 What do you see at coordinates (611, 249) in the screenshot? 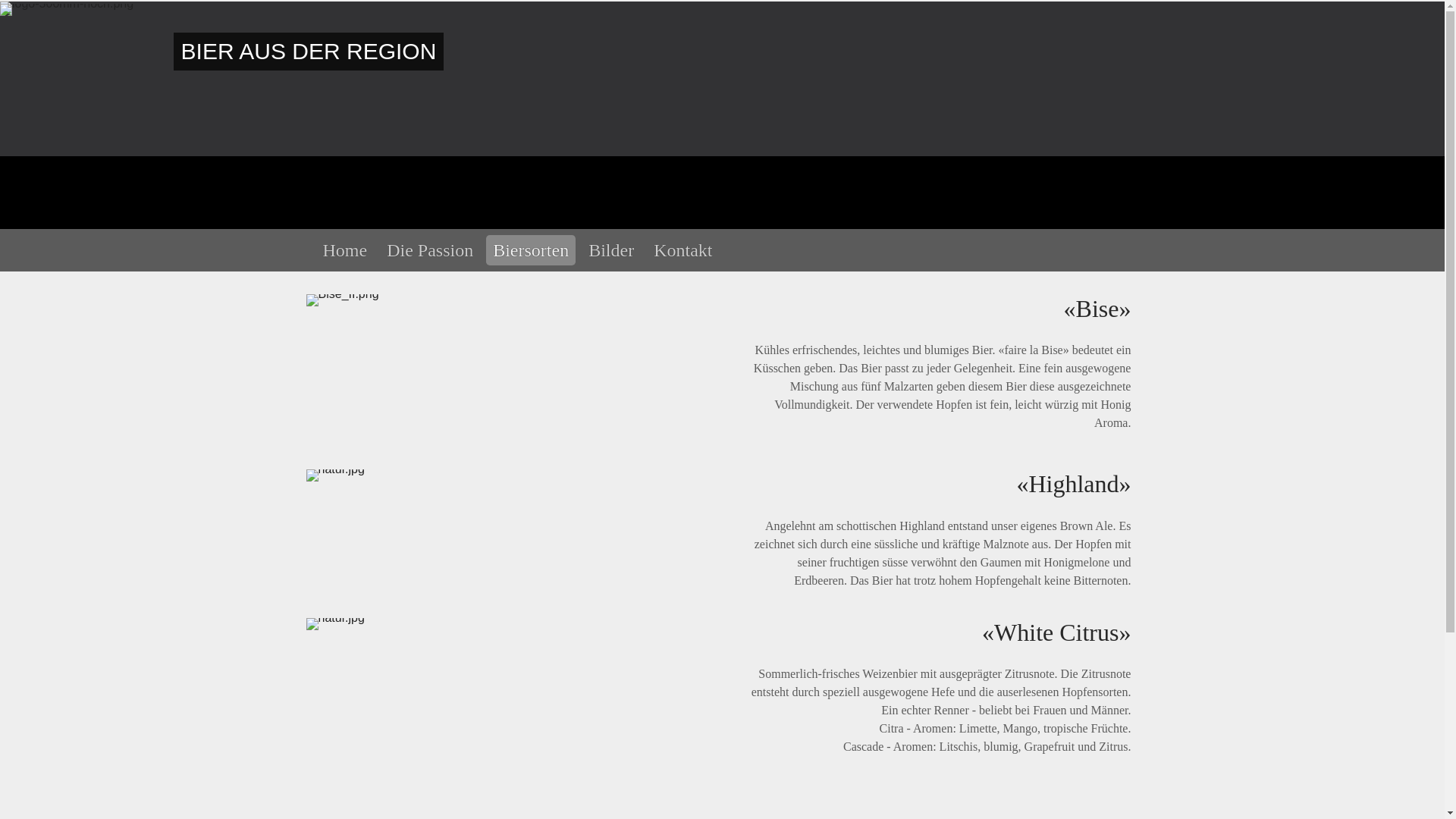
I see `'Bilder'` at bounding box center [611, 249].